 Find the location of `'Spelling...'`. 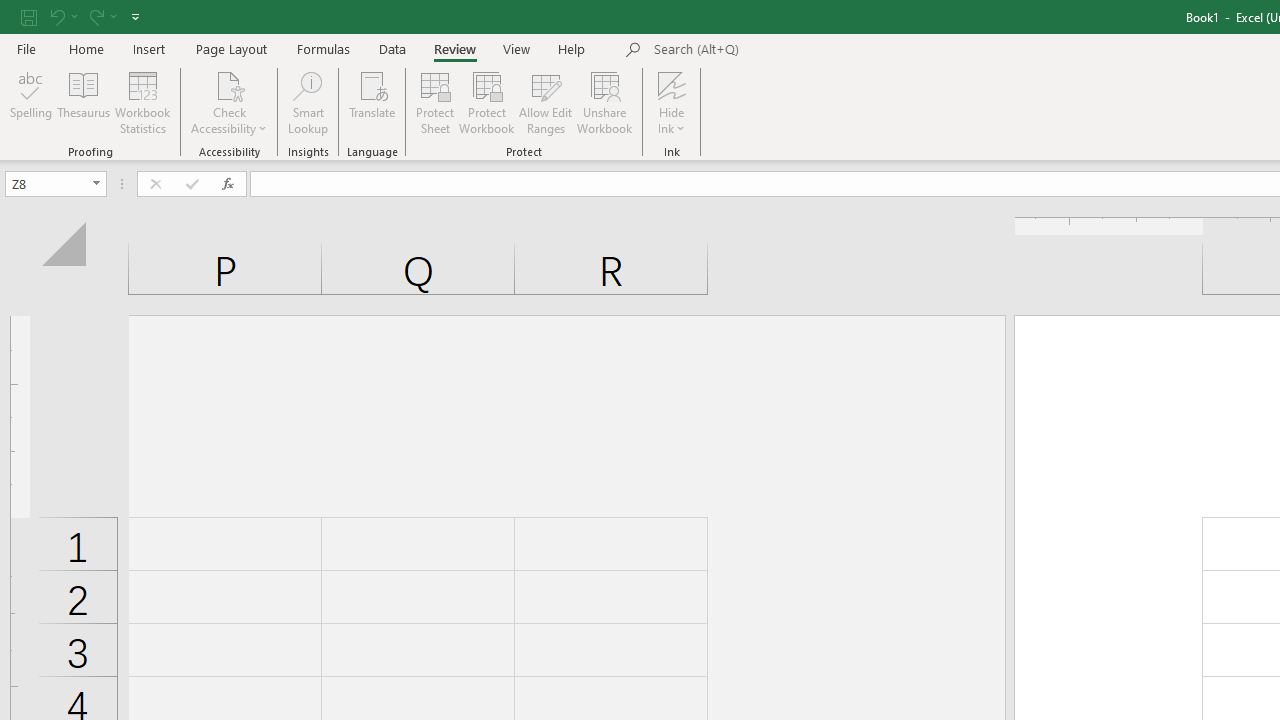

'Spelling...' is located at coordinates (31, 103).